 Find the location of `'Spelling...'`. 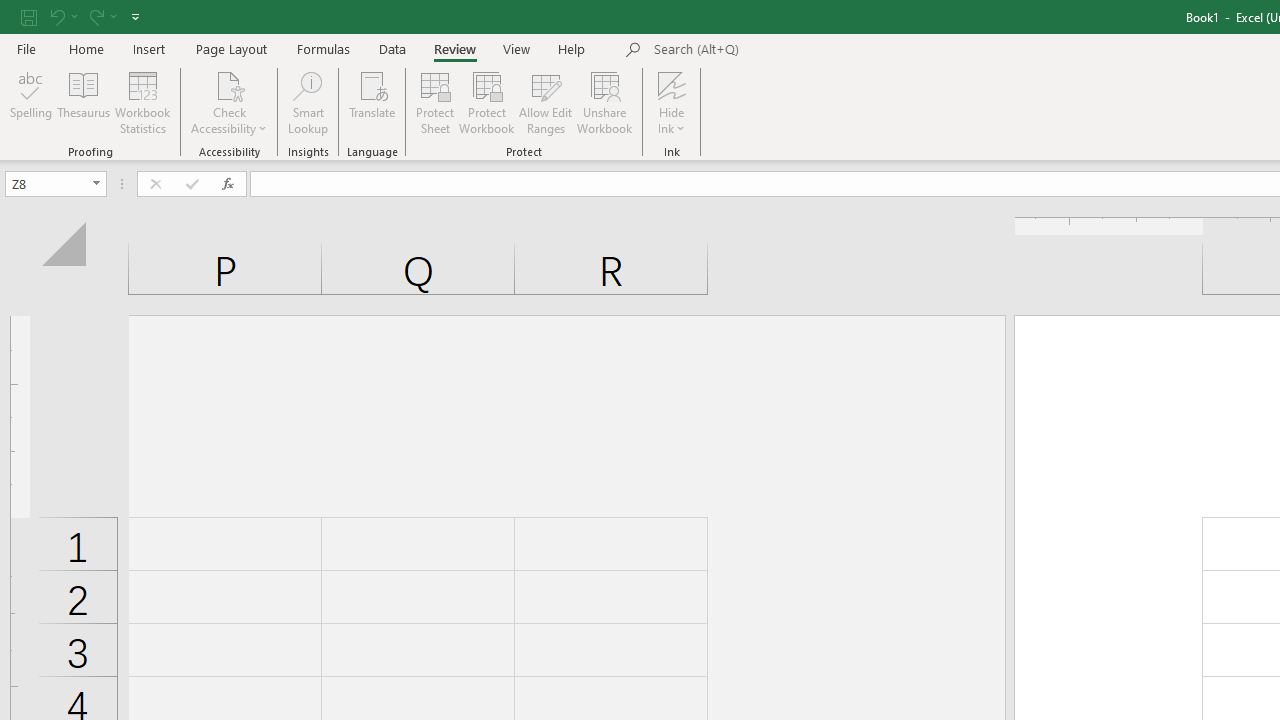

'Spelling...' is located at coordinates (31, 103).